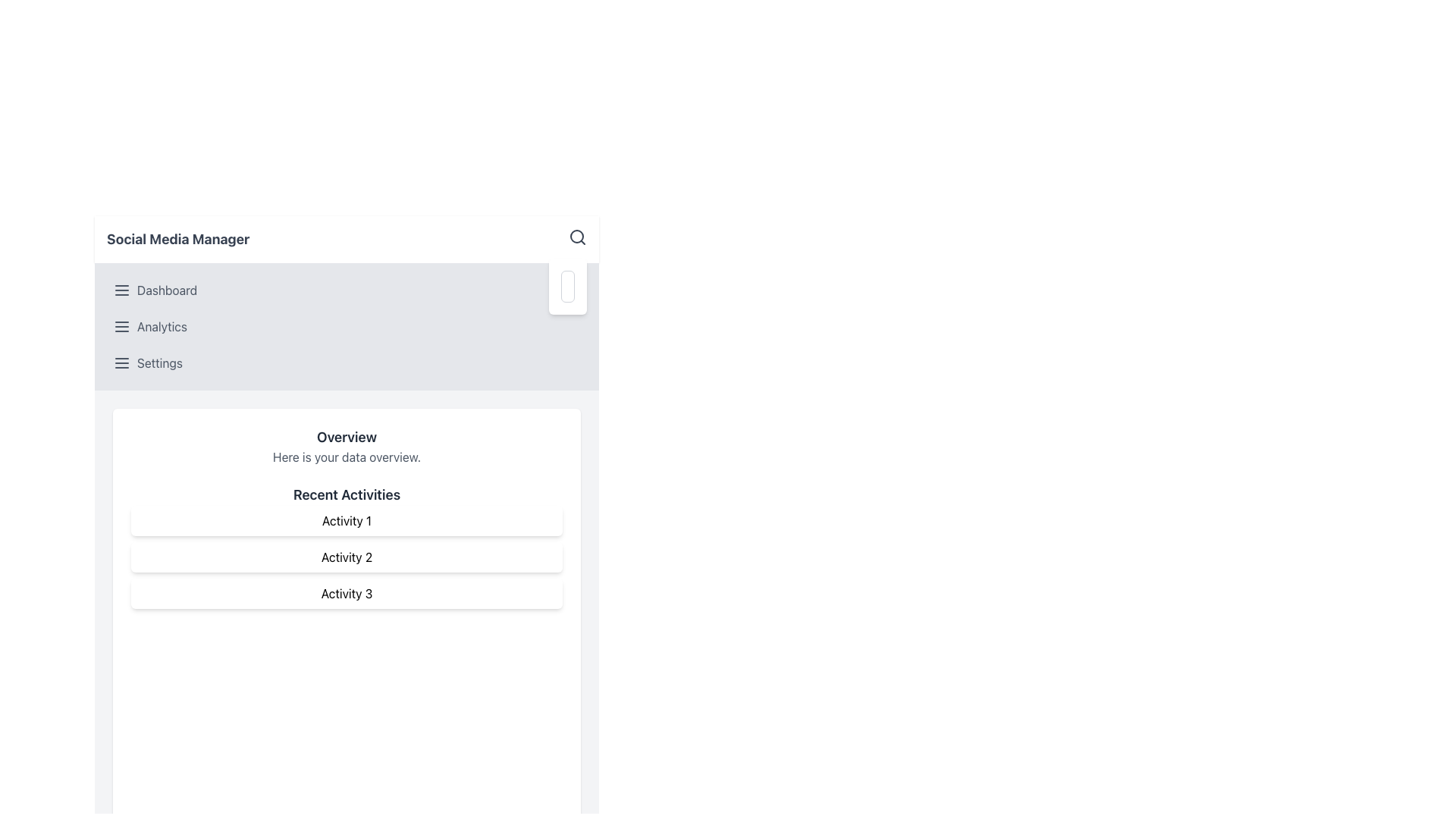 This screenshot has width=1456, height=819. I want to click on the settings button, which is the third item in the vertical list menu located beneath the 'Analytics' menu item and above the main content area, so click(346, 362).